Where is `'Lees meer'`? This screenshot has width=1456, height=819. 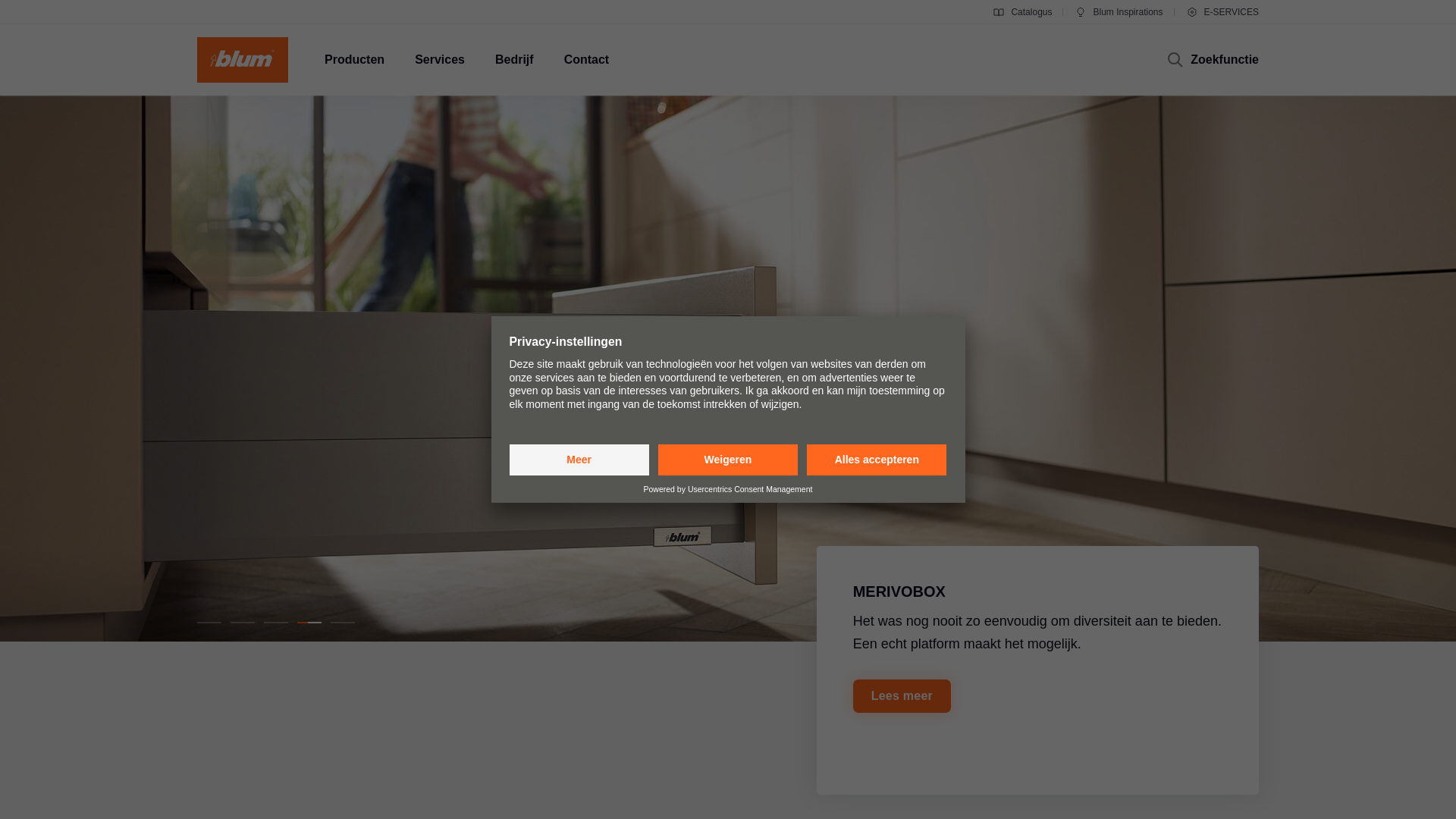 'Lees meer' is located at coordinates (902, 696).